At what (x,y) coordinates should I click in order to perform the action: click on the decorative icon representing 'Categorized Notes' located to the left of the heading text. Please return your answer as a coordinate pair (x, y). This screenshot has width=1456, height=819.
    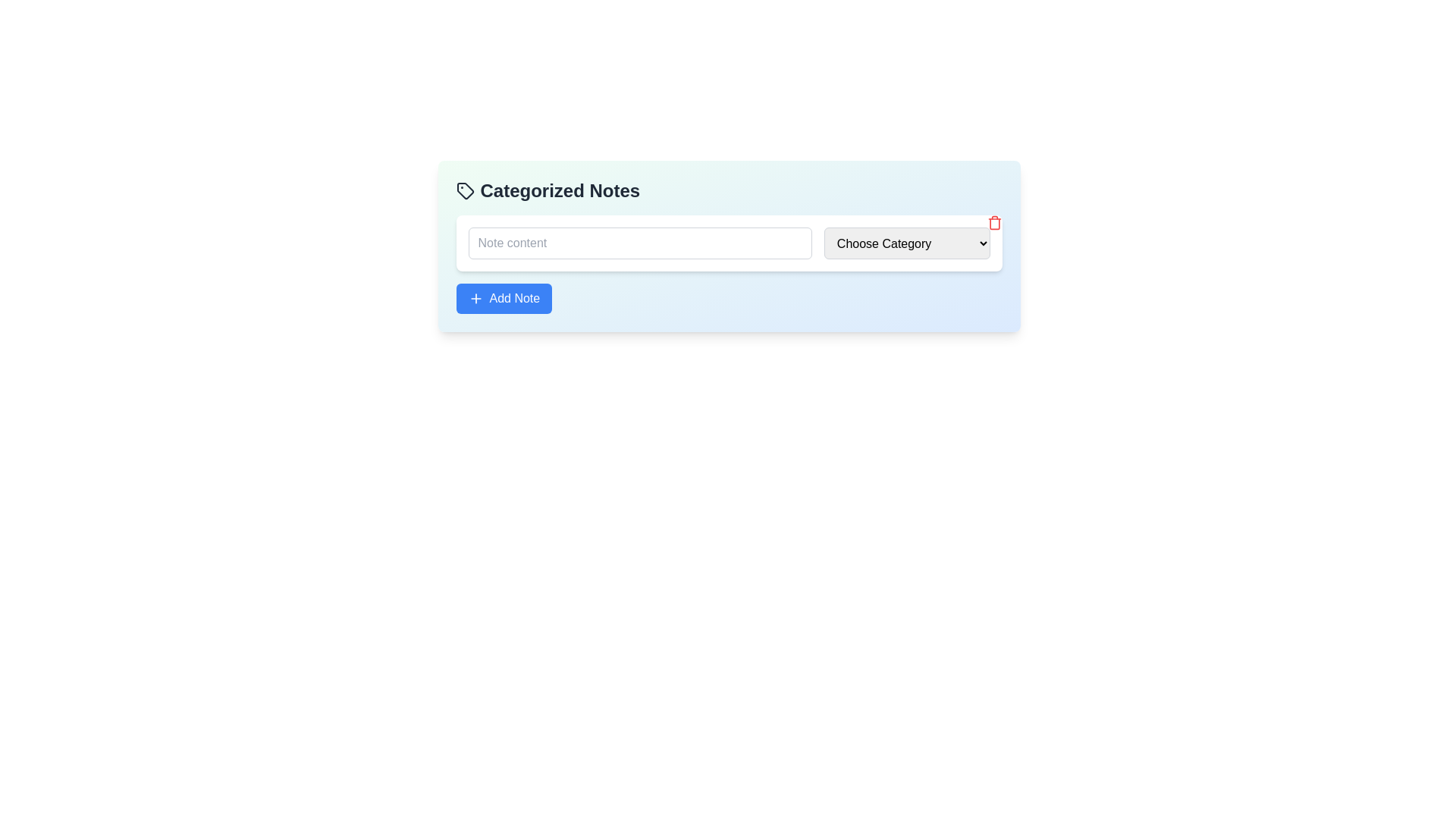
    Looking at the image, I should click on (464, 190).